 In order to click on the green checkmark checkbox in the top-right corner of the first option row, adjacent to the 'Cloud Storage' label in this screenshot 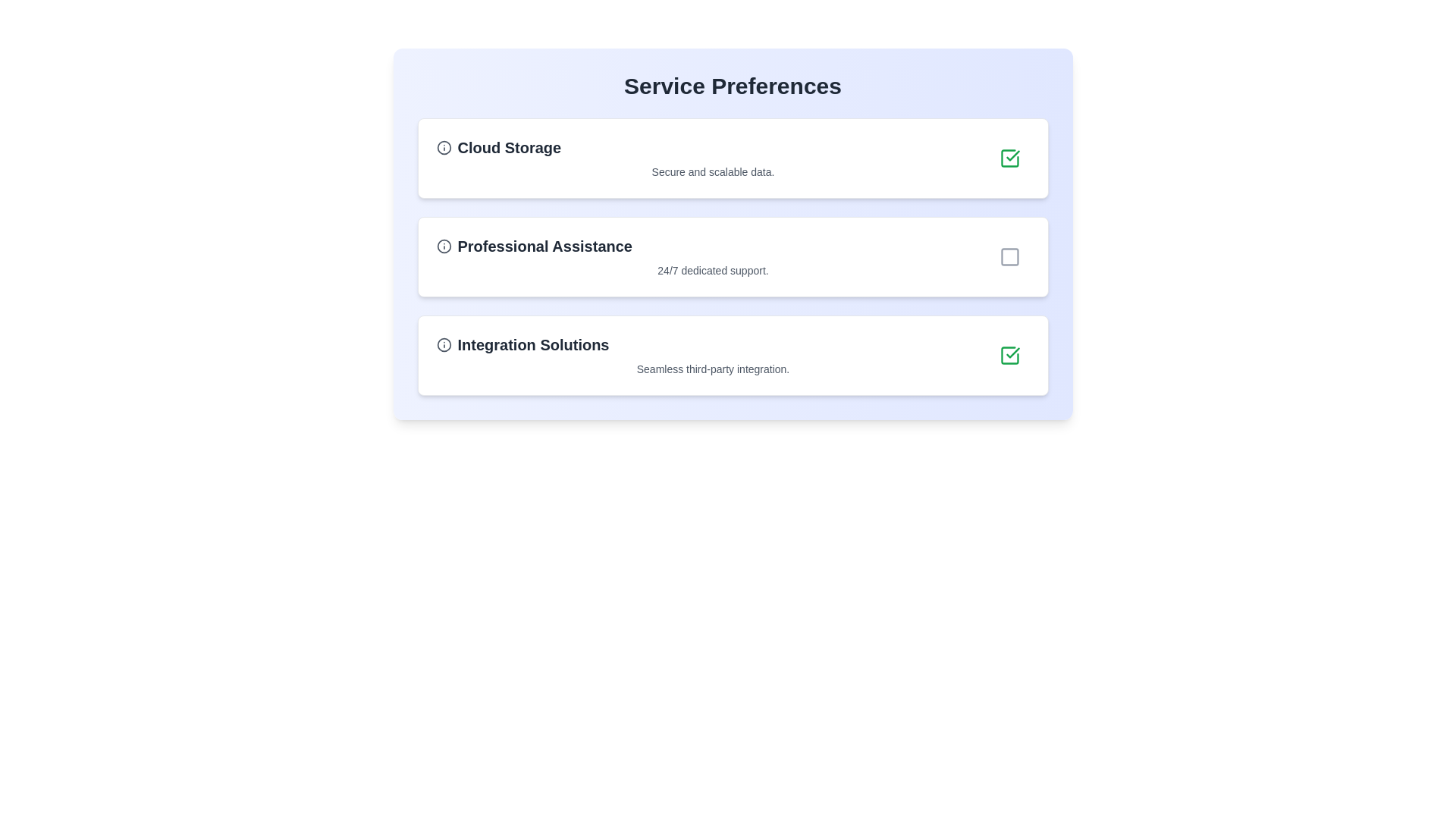, I will do `click(1009, 158)`.